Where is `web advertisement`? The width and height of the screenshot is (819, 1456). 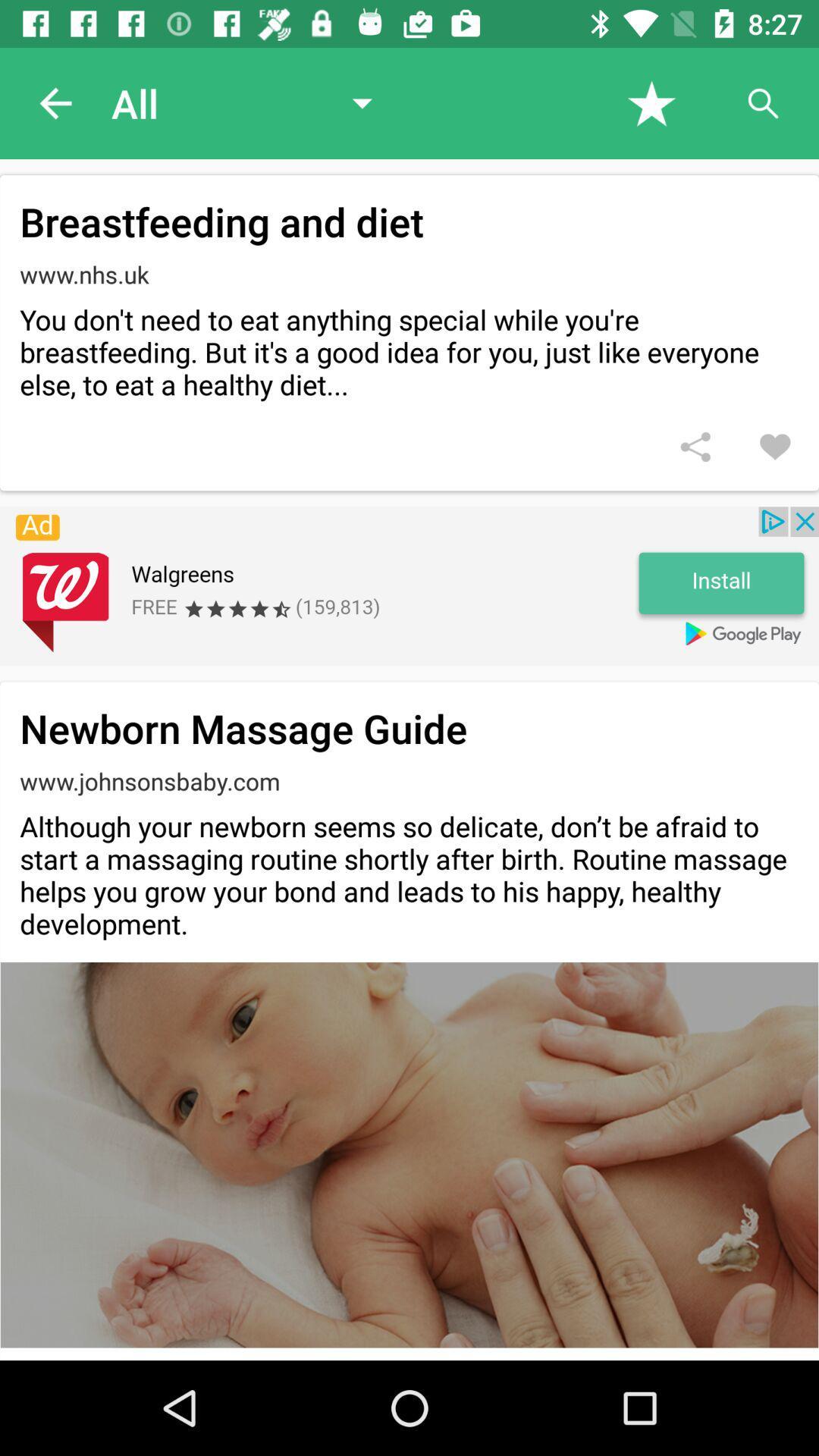
web advertisement is located at coordinates (409, 585).